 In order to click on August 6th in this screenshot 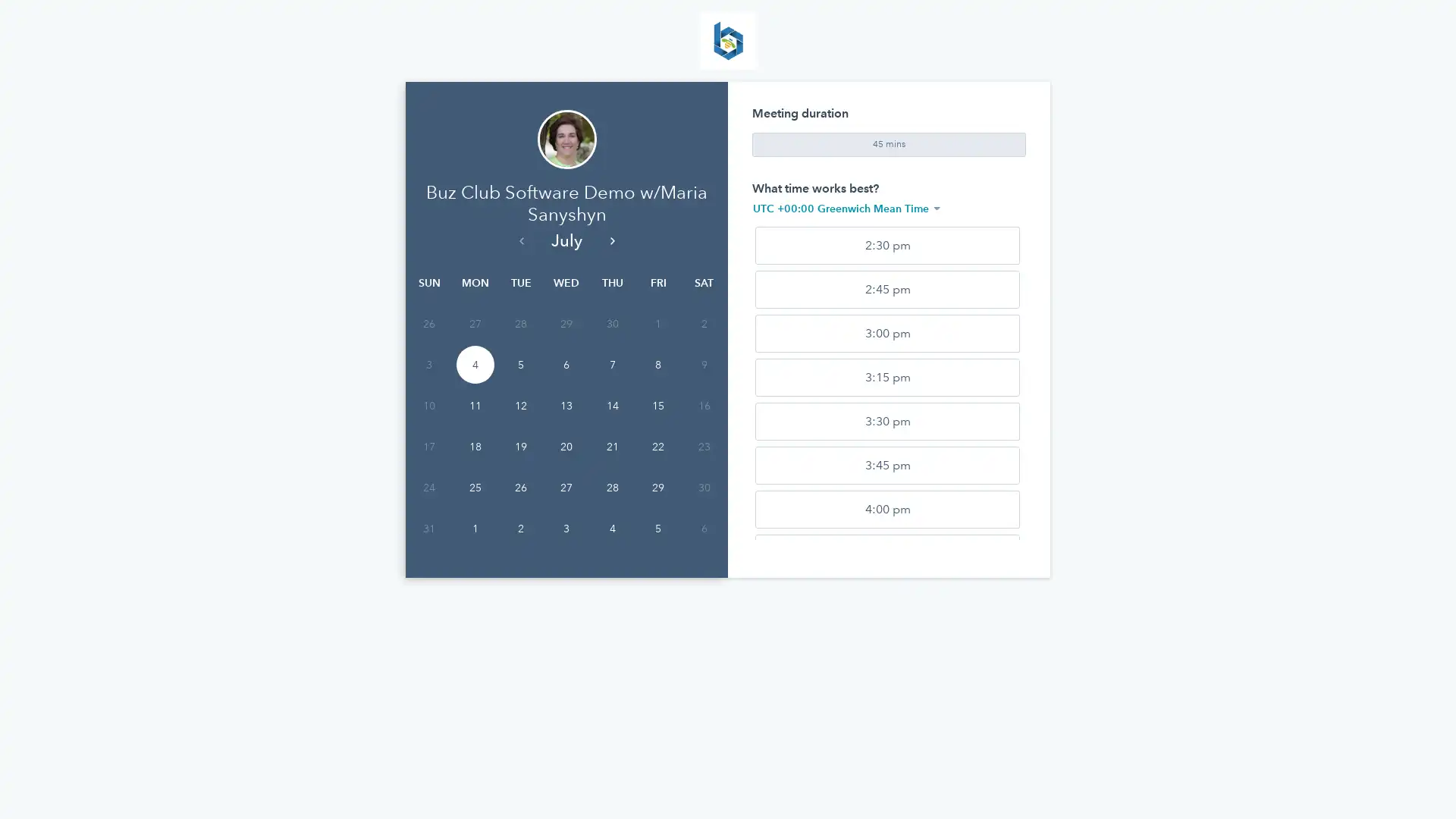, I will do `click(702, 528)`.